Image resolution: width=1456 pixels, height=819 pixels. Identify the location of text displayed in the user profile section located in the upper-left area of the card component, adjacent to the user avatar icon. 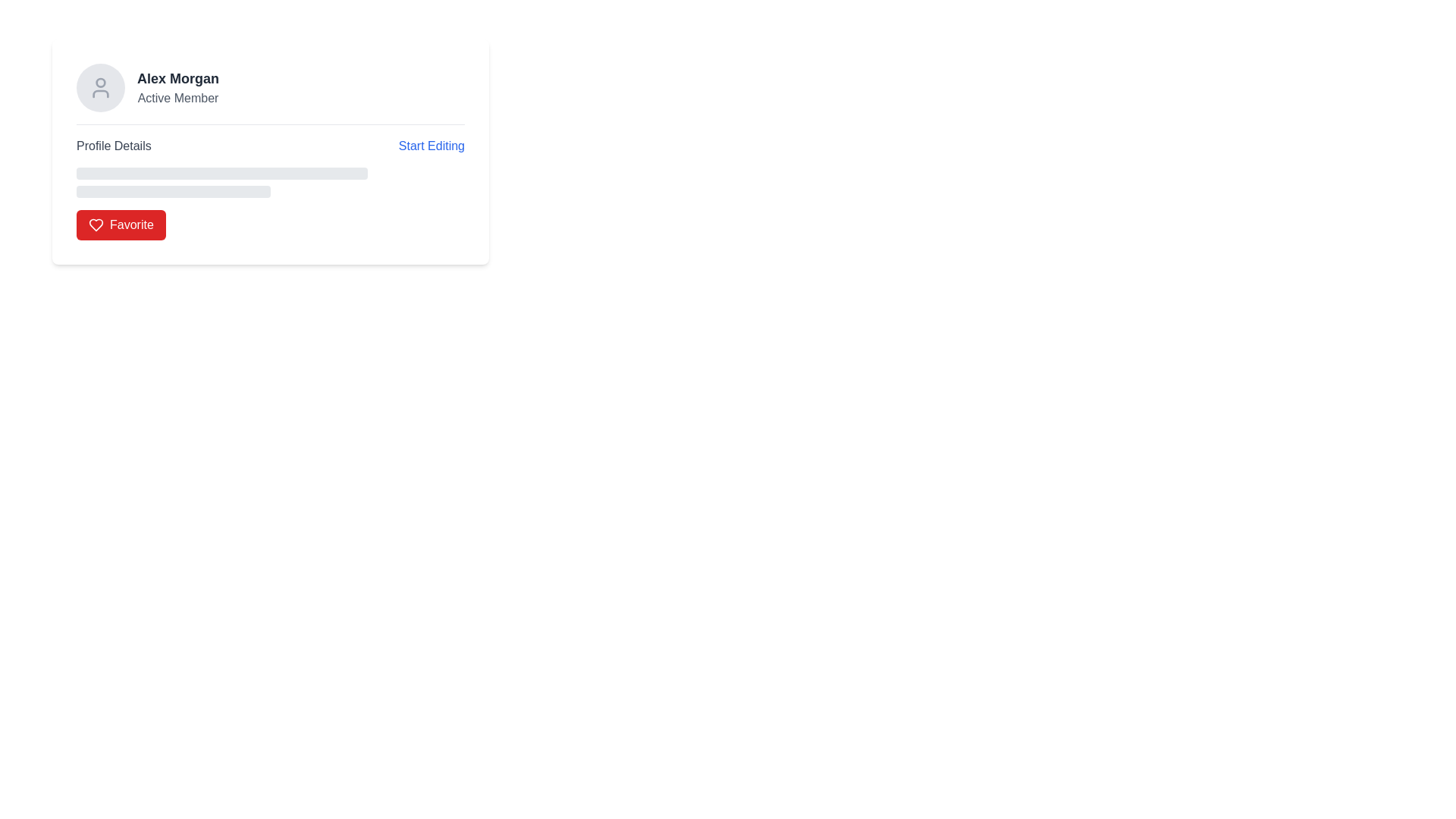
(178, 87).